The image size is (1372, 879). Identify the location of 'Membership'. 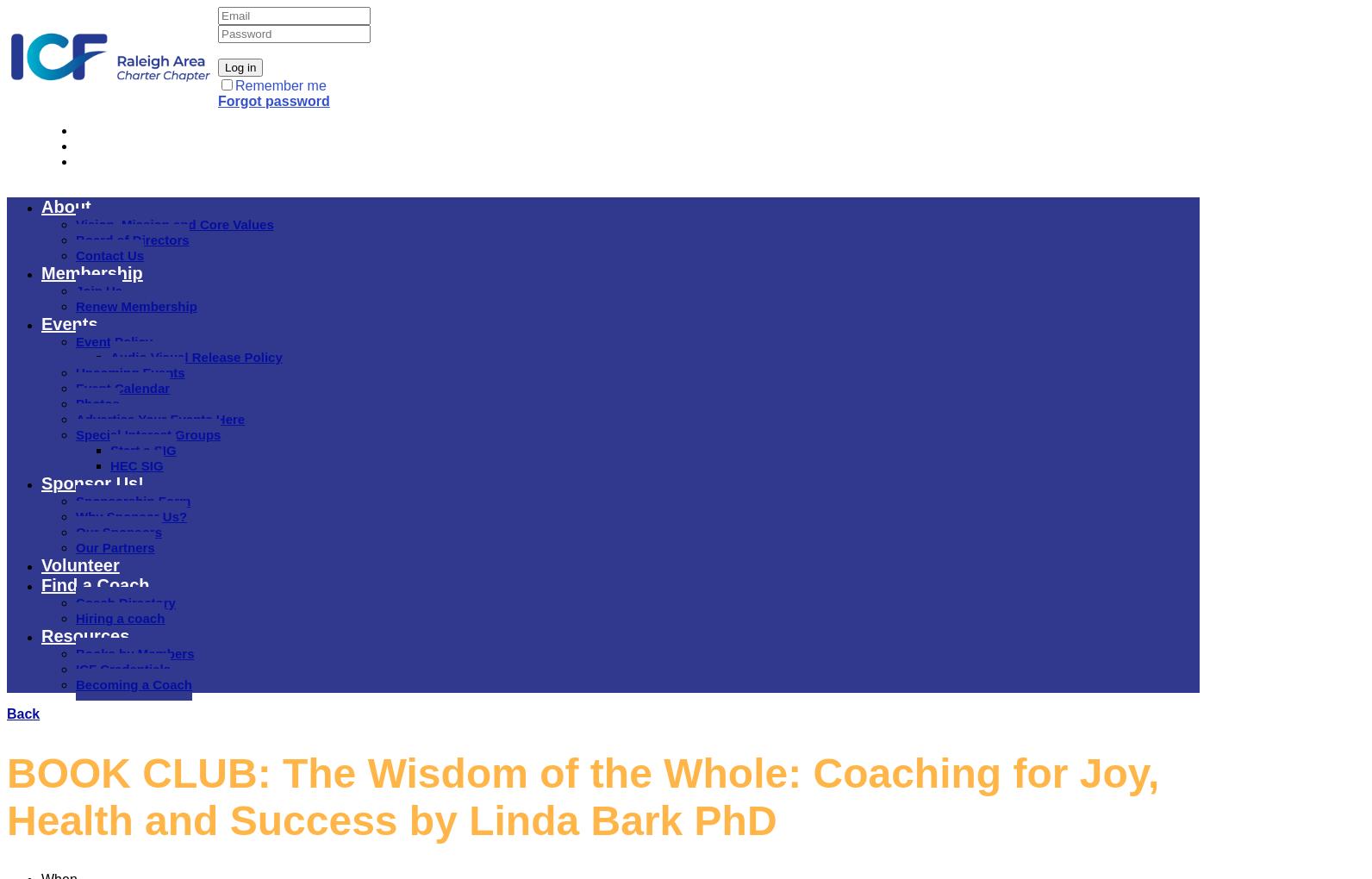
(91, 273).